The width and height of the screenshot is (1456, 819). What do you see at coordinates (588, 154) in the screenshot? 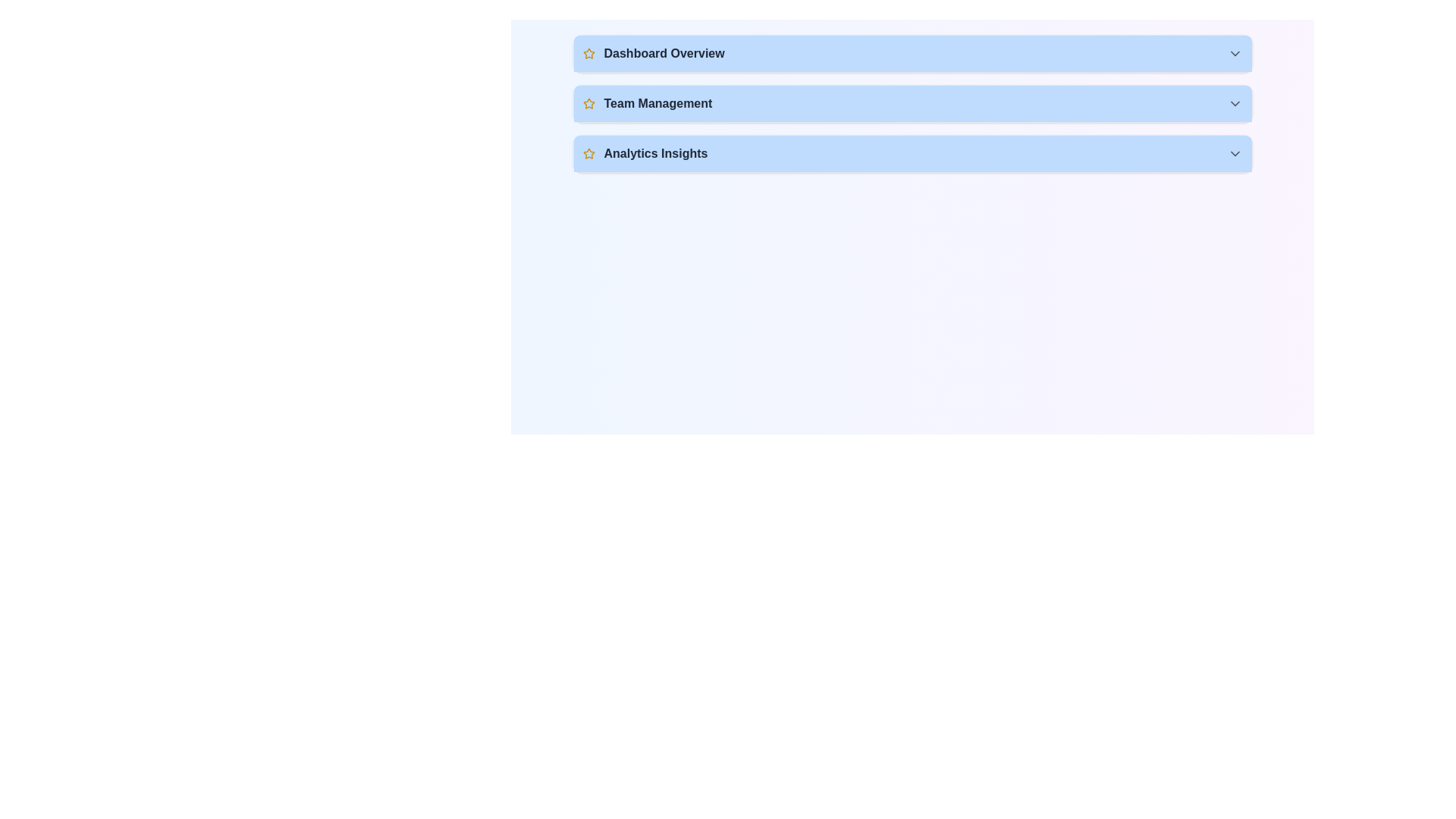
I see `the yellow star-shaped icon next to the 'Analytics Insights' text` at bounding box center [588, 154].